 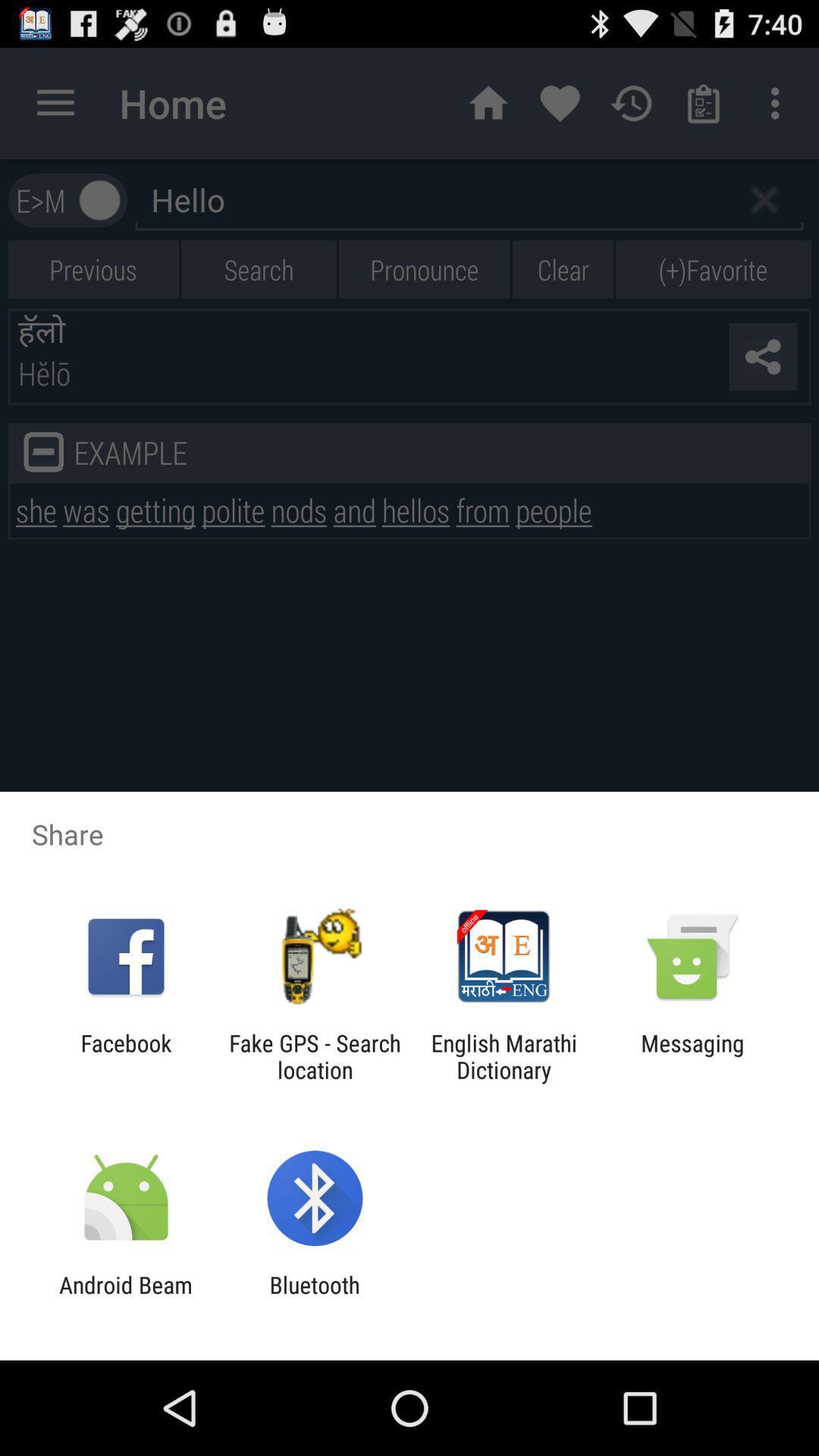 I want to click on the bluetooth icon, so click(x=314, y=1298).